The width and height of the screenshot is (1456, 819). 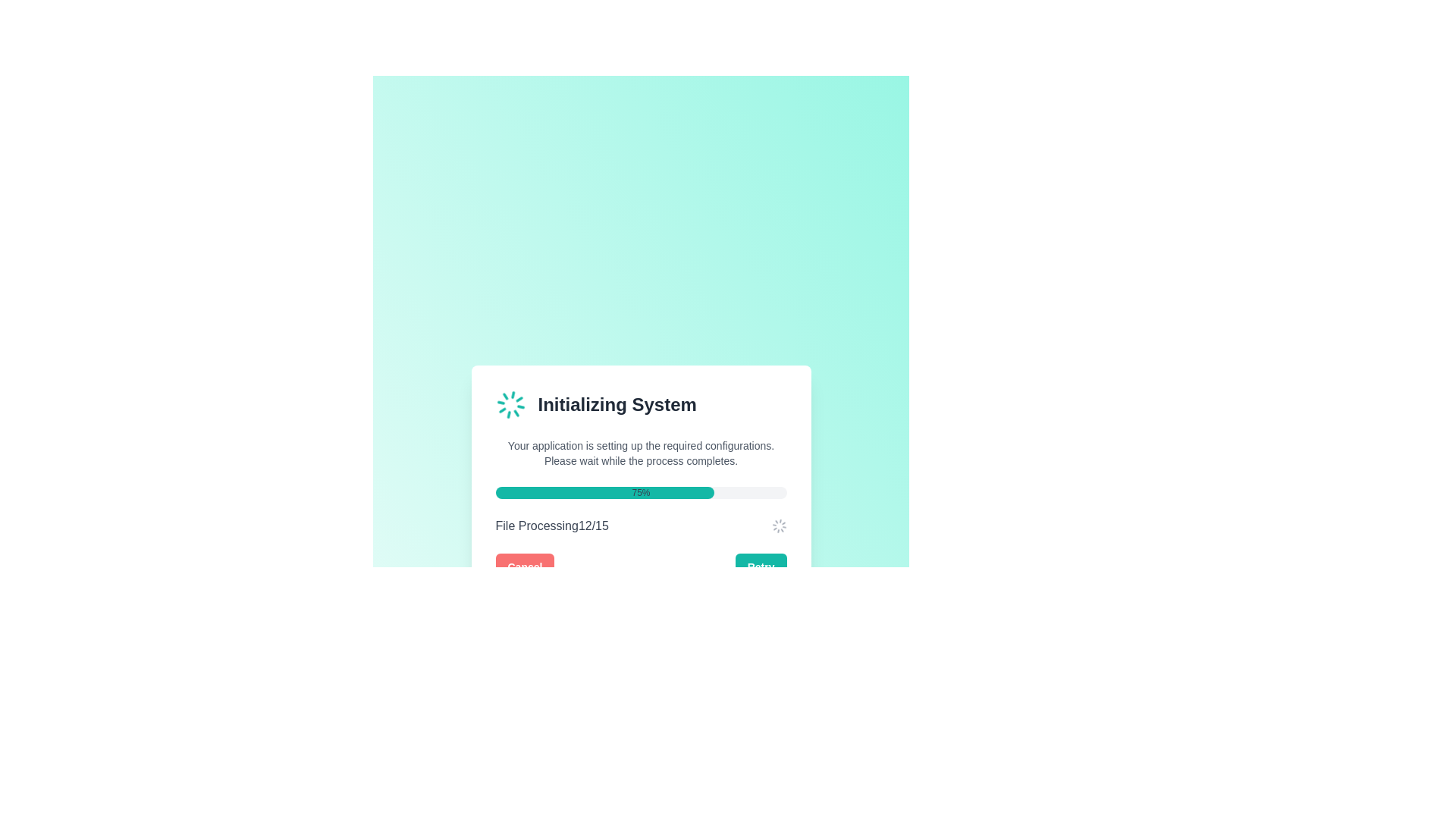 What do you see at coordinates (641, 452) in the screenshot?
I see `the informational Text Block located below the 'Initializing System' header and above the progress bar, indicating 75% completion` at bounding box center [641, 452].